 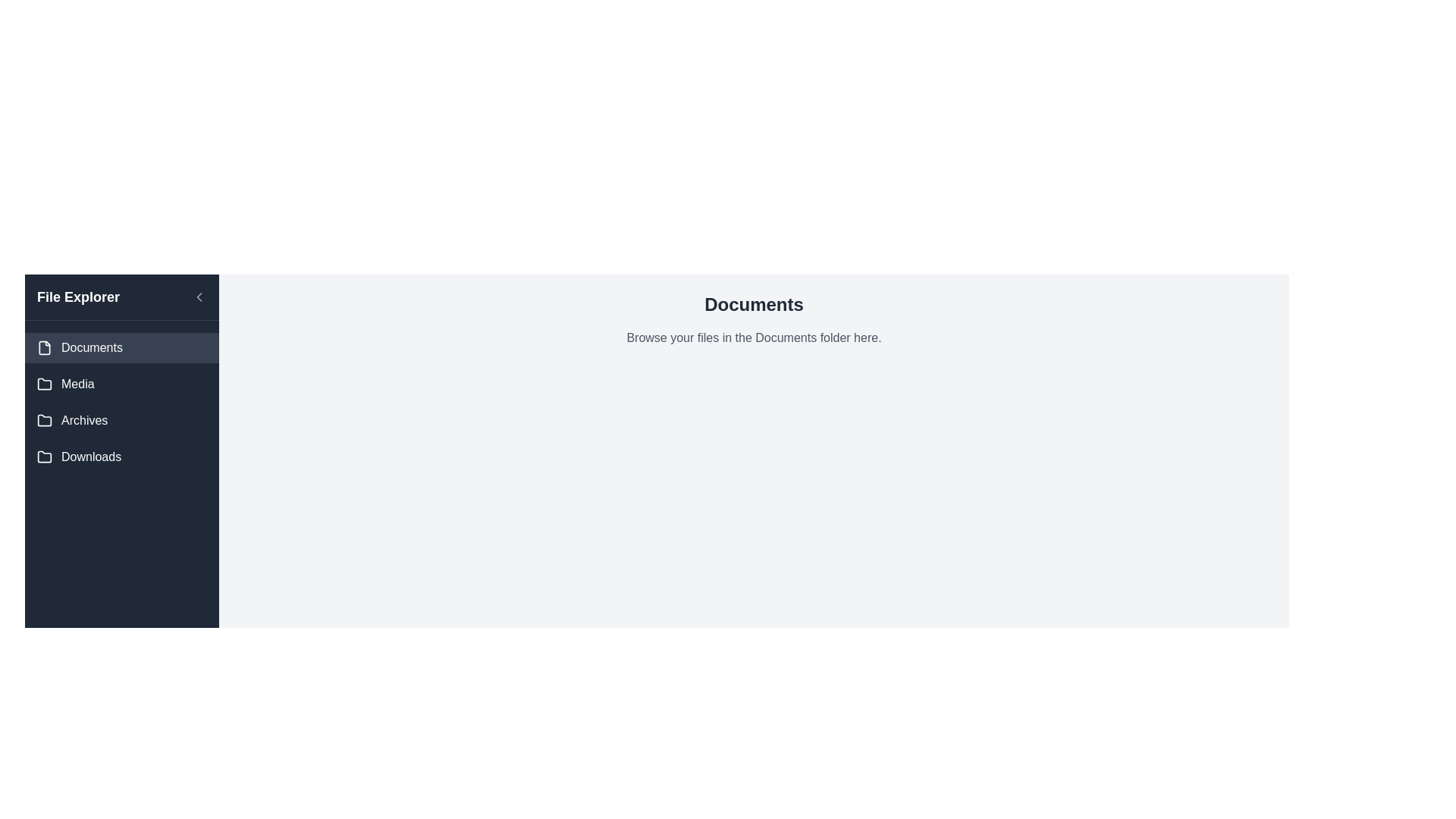 I want to click on the text label displaying 'Documents', which is styled in white on a dark blue background and is the first item in the sidebar menu list, so click(x=91, y=348).